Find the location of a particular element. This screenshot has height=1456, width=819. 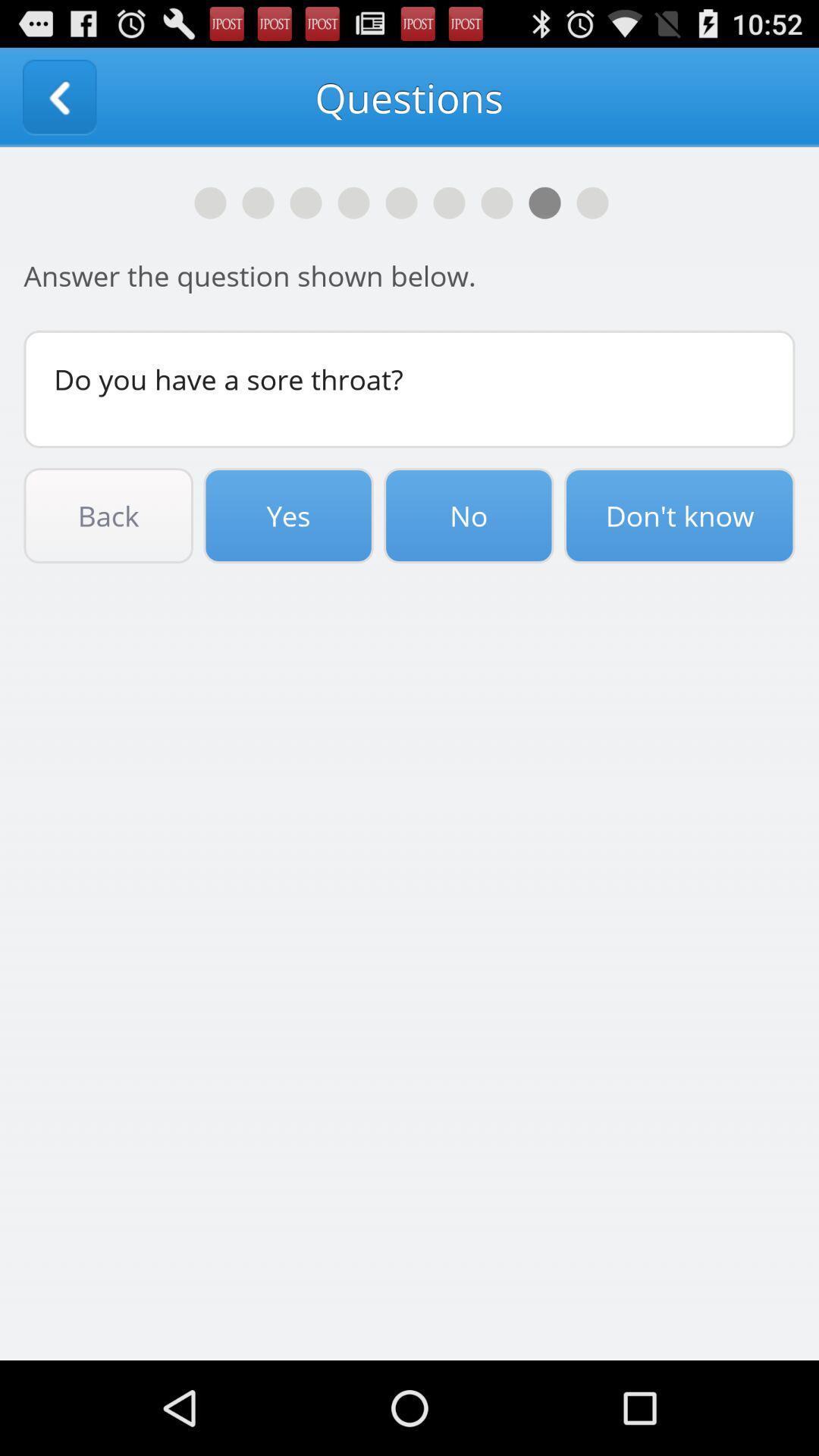

back button is located at coordinates (58, 96).